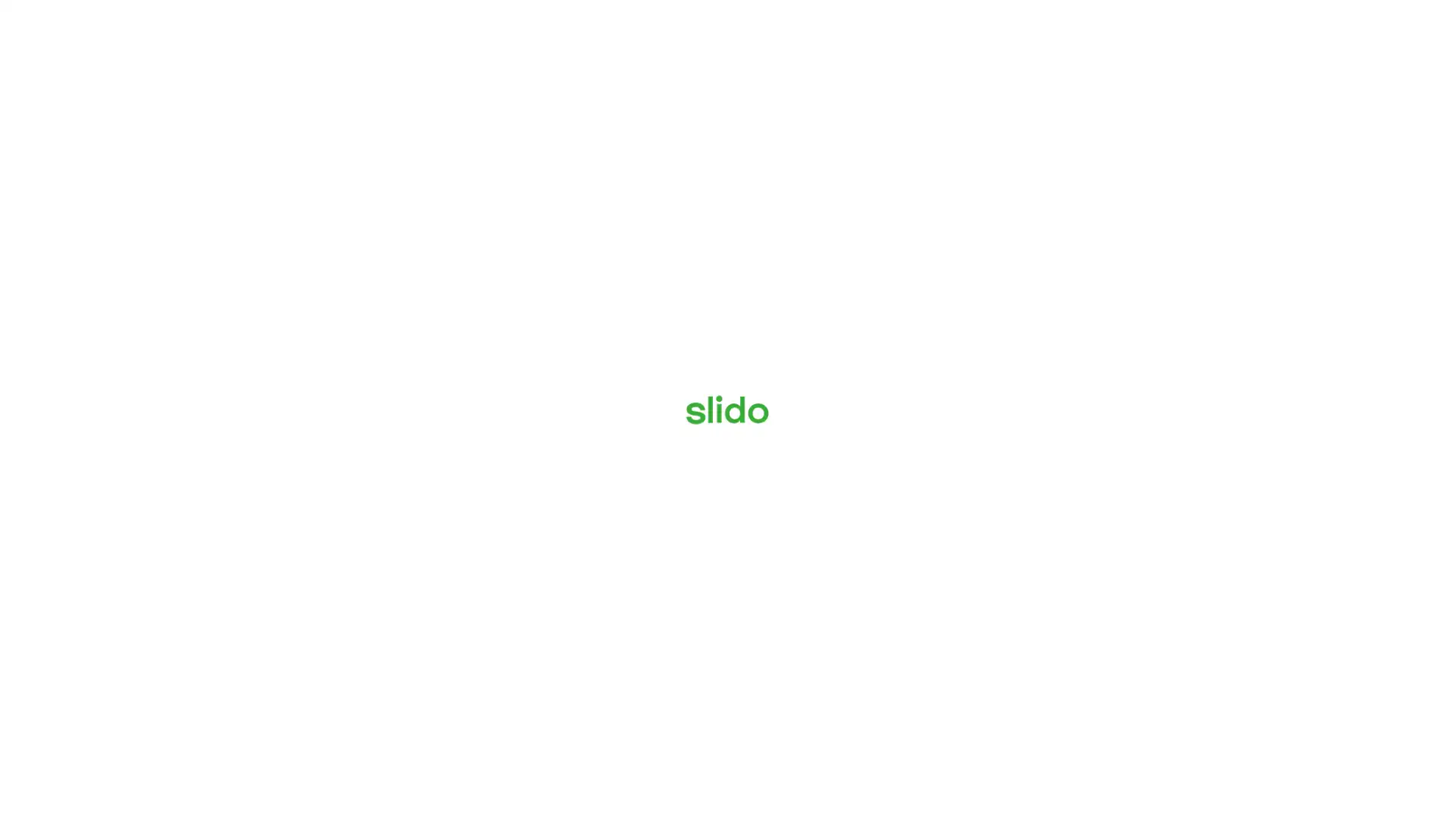 The image size is (1456, 819). I want to click on 23 votes, Upvote question, so click(1344, 675).